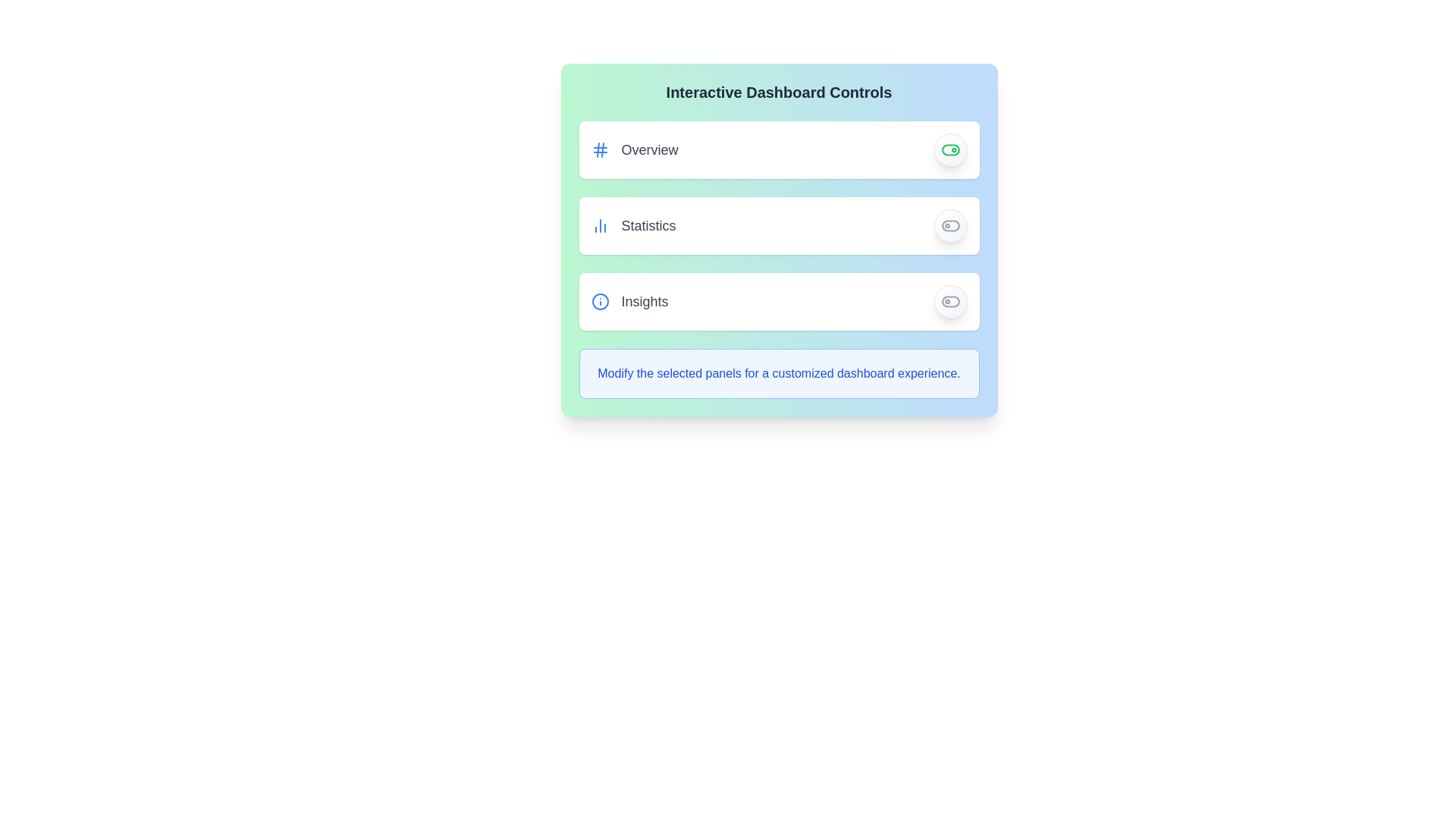 The image size is (1456, 819). I want to click on the decorative rectangular component indicating an active state within the toggle switch control located to the right of the 'Overview' option in the dashboard interface, so click(949, 149).